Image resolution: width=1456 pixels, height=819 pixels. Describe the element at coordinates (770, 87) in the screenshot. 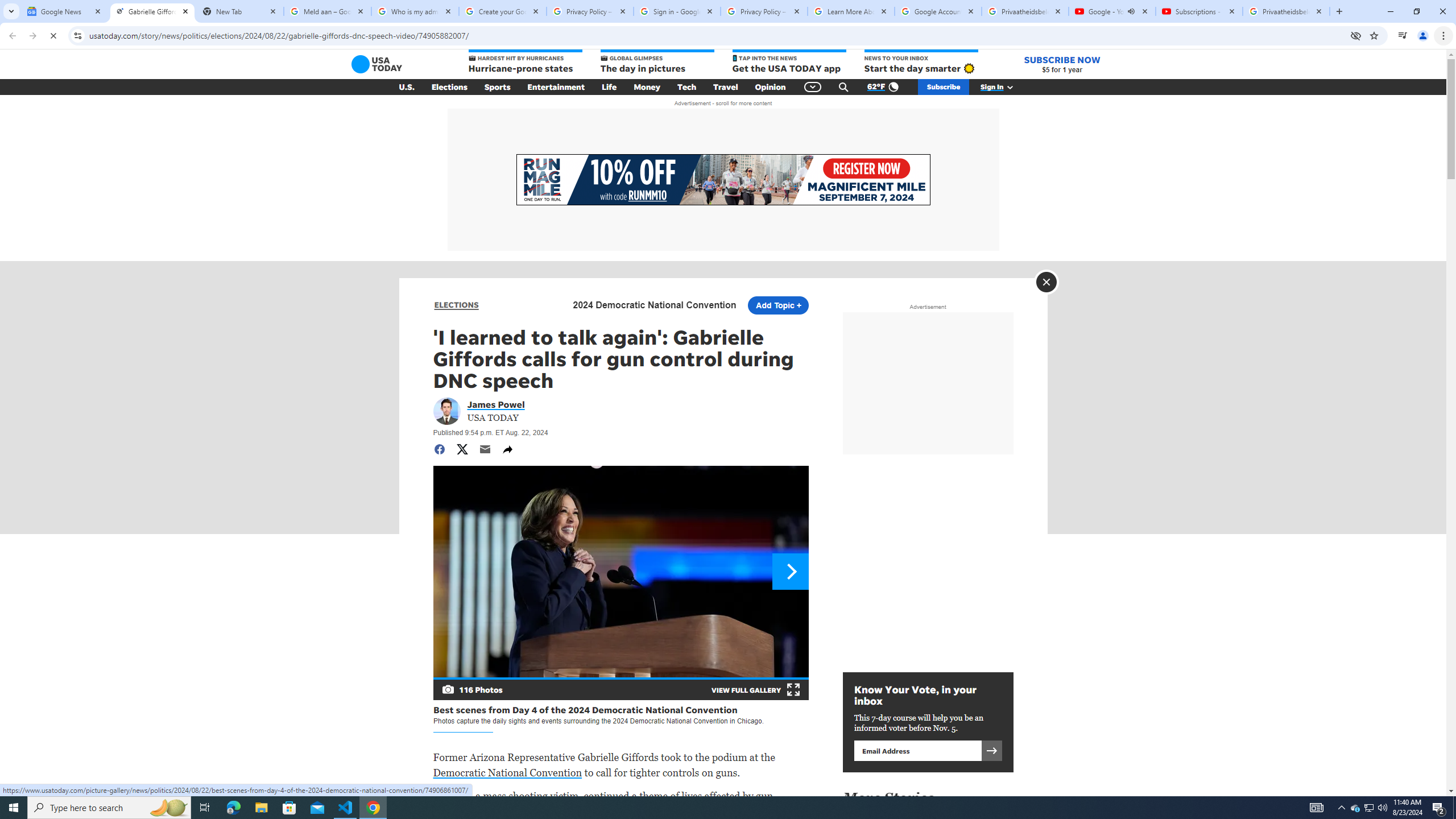

I see `'Opinion'` at that location.